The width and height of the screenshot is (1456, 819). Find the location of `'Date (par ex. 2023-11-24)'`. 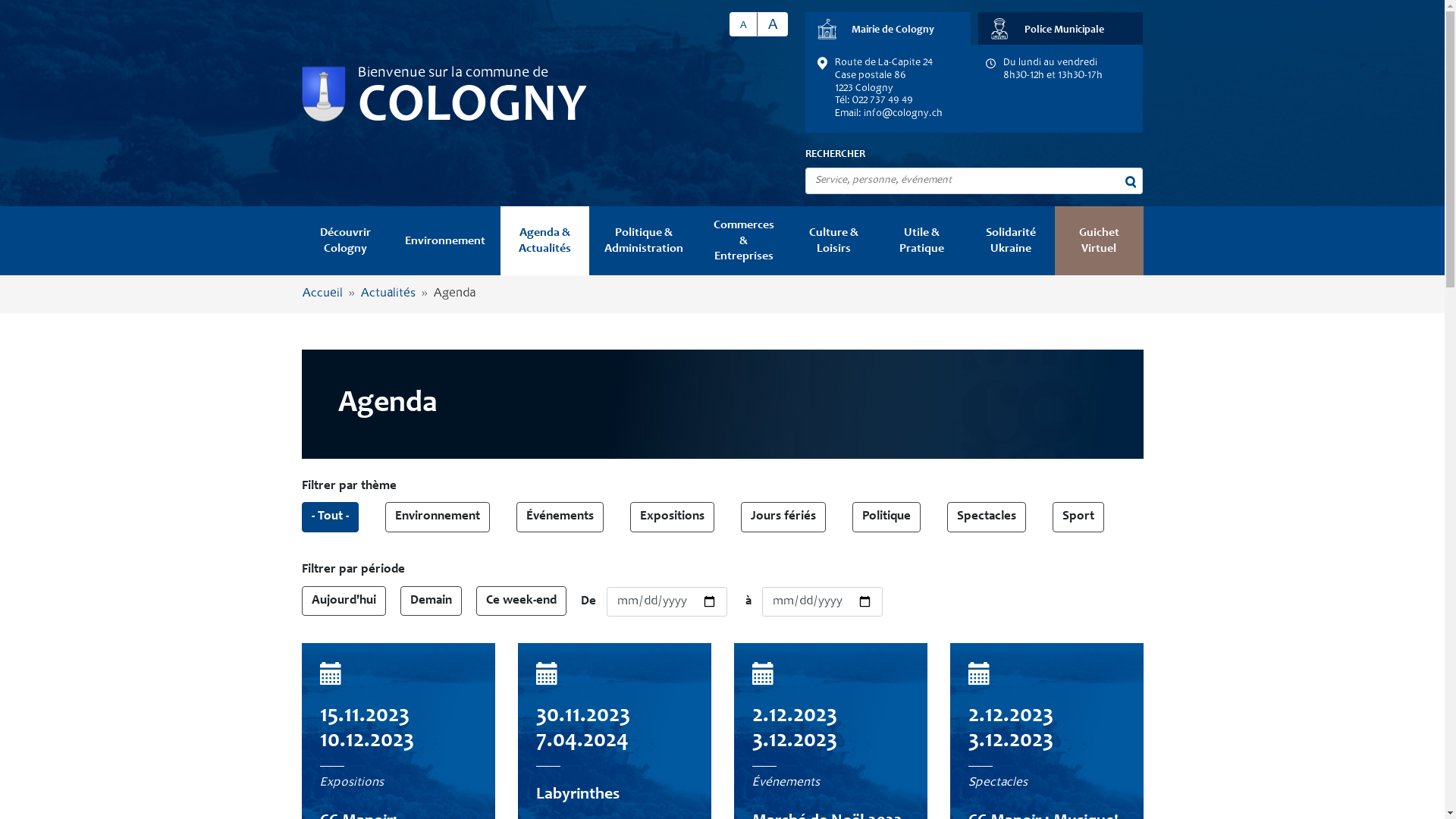

'Date (par ex. 2023-11-24)' is located at coordinates (667, 601).